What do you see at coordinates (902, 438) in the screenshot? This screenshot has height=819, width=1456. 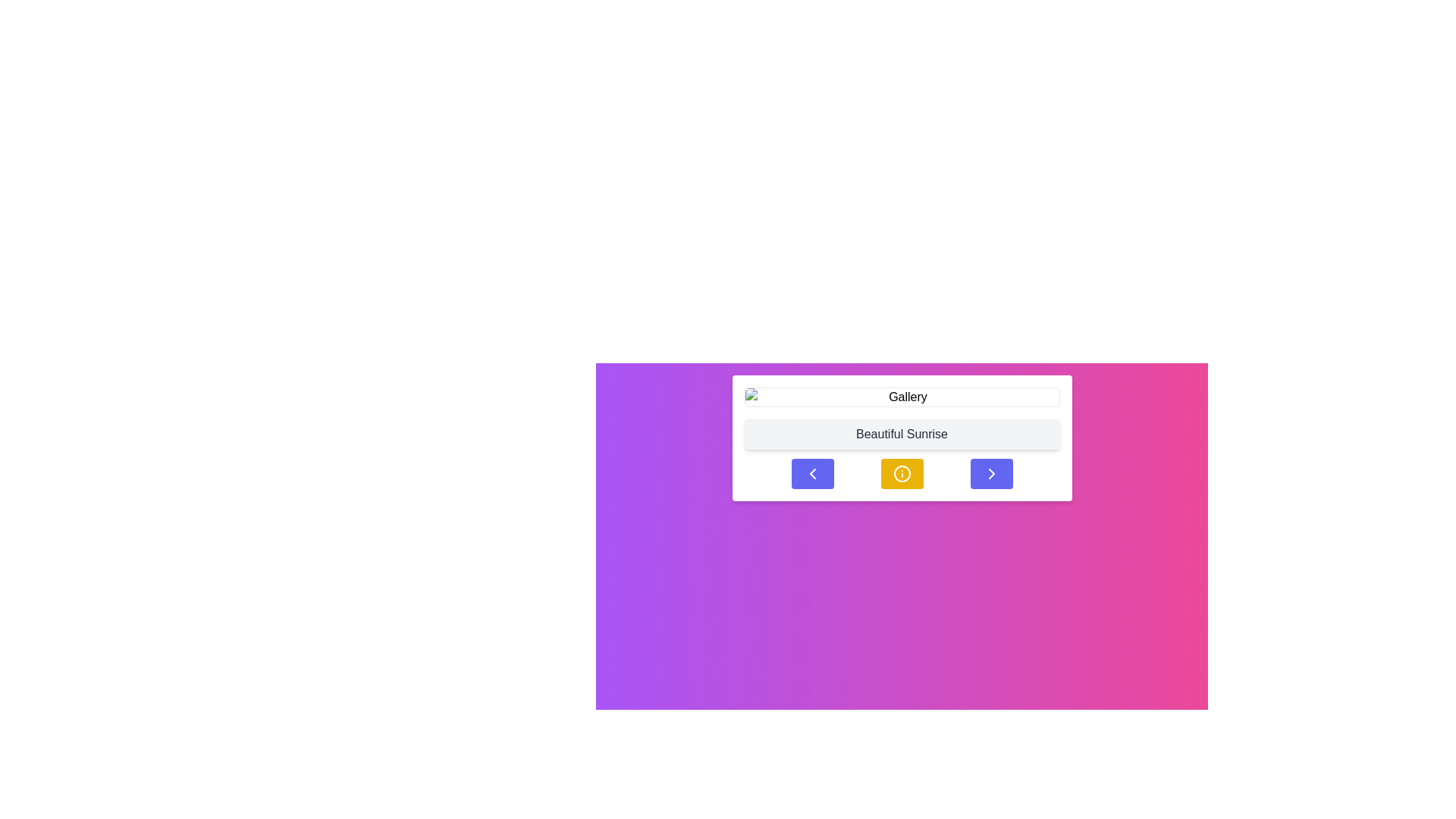 I see `the static text display that presents the title or description of the displayed gallery content, located below the 'Gallery' image placeholder and above three buttons` at bounding box center [902, 438].